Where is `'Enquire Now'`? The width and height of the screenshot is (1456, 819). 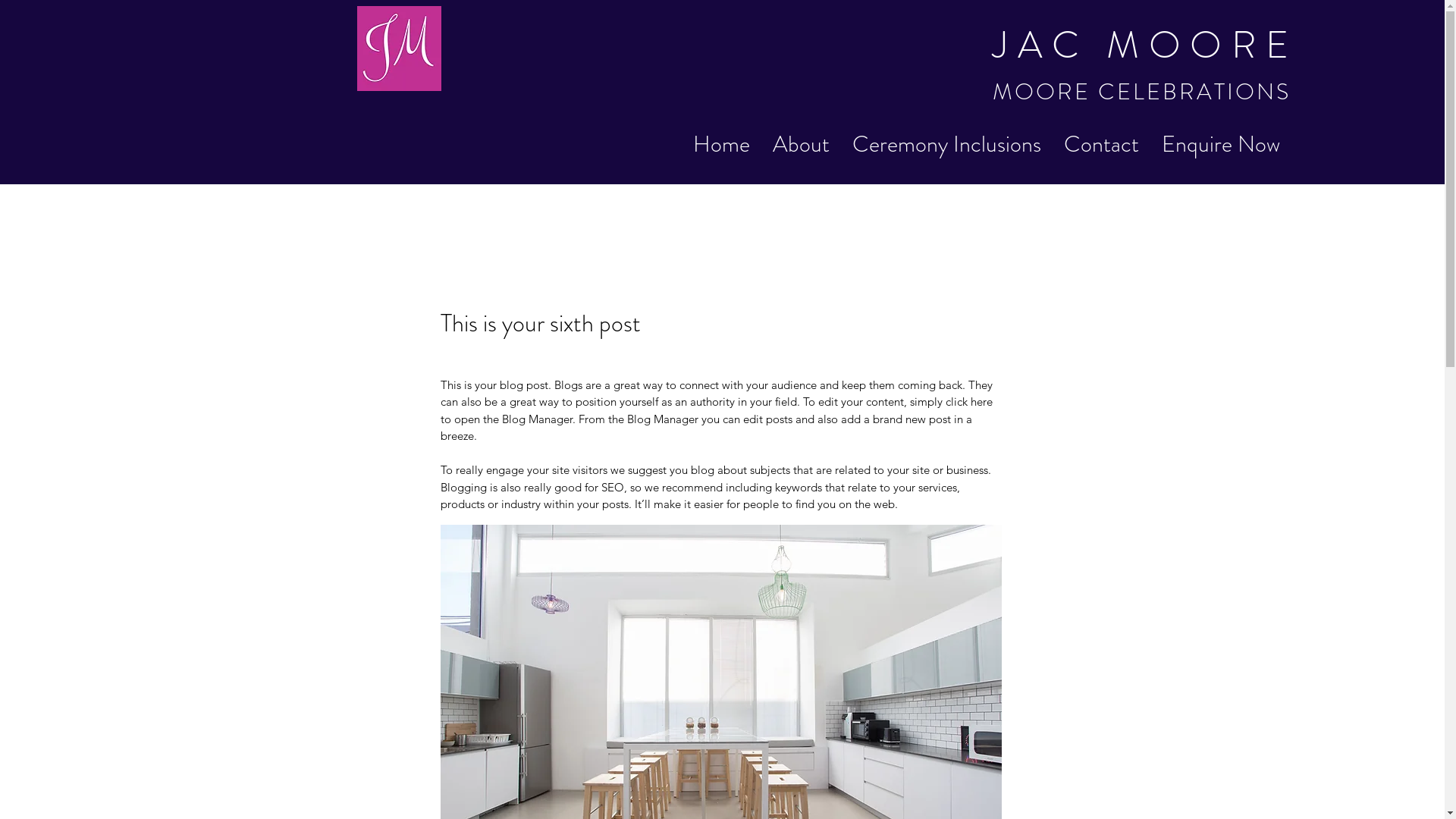
'Enquire Now' is located at coordinates (1220, 144).